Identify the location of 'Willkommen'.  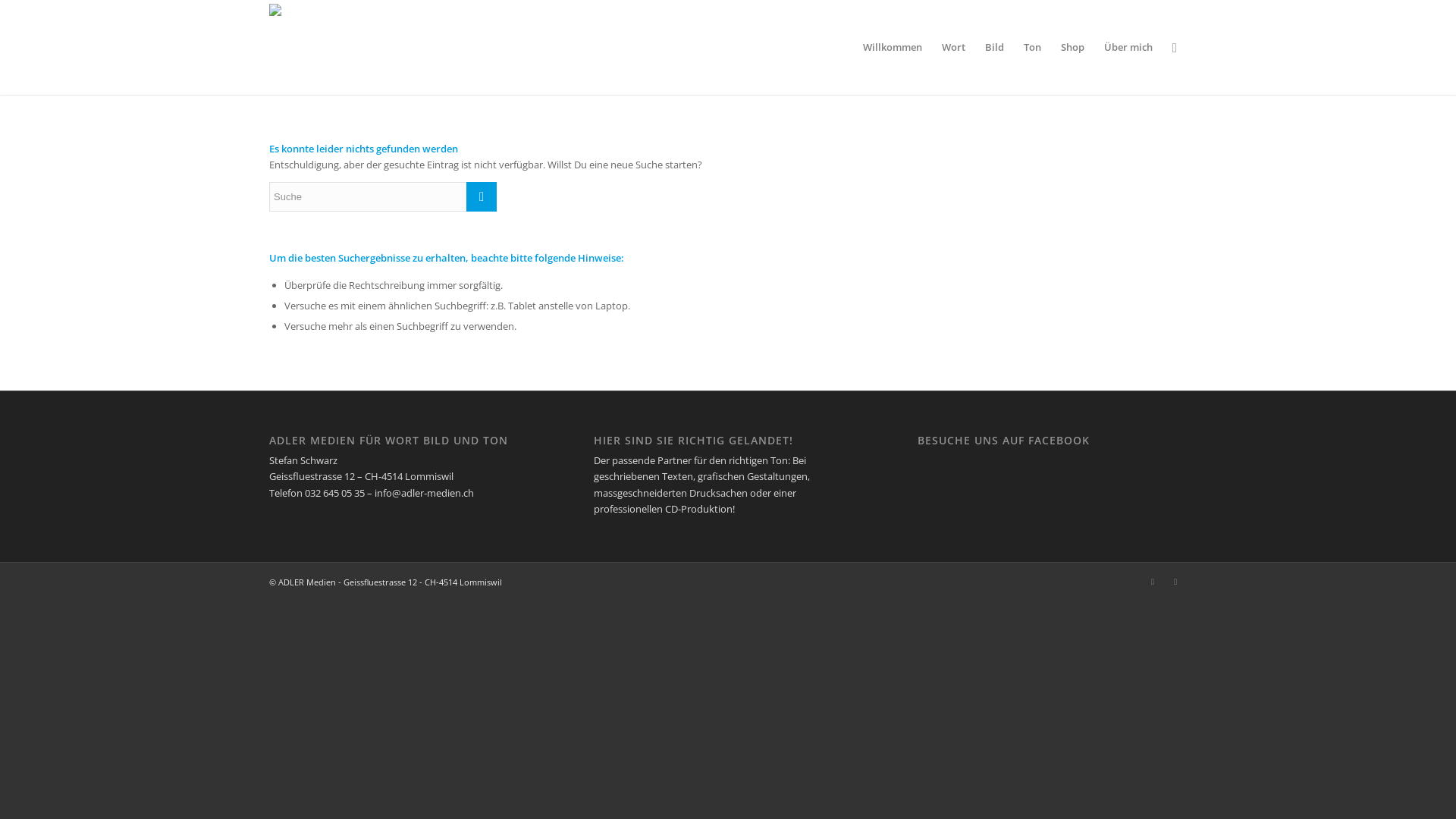
(892, 46).